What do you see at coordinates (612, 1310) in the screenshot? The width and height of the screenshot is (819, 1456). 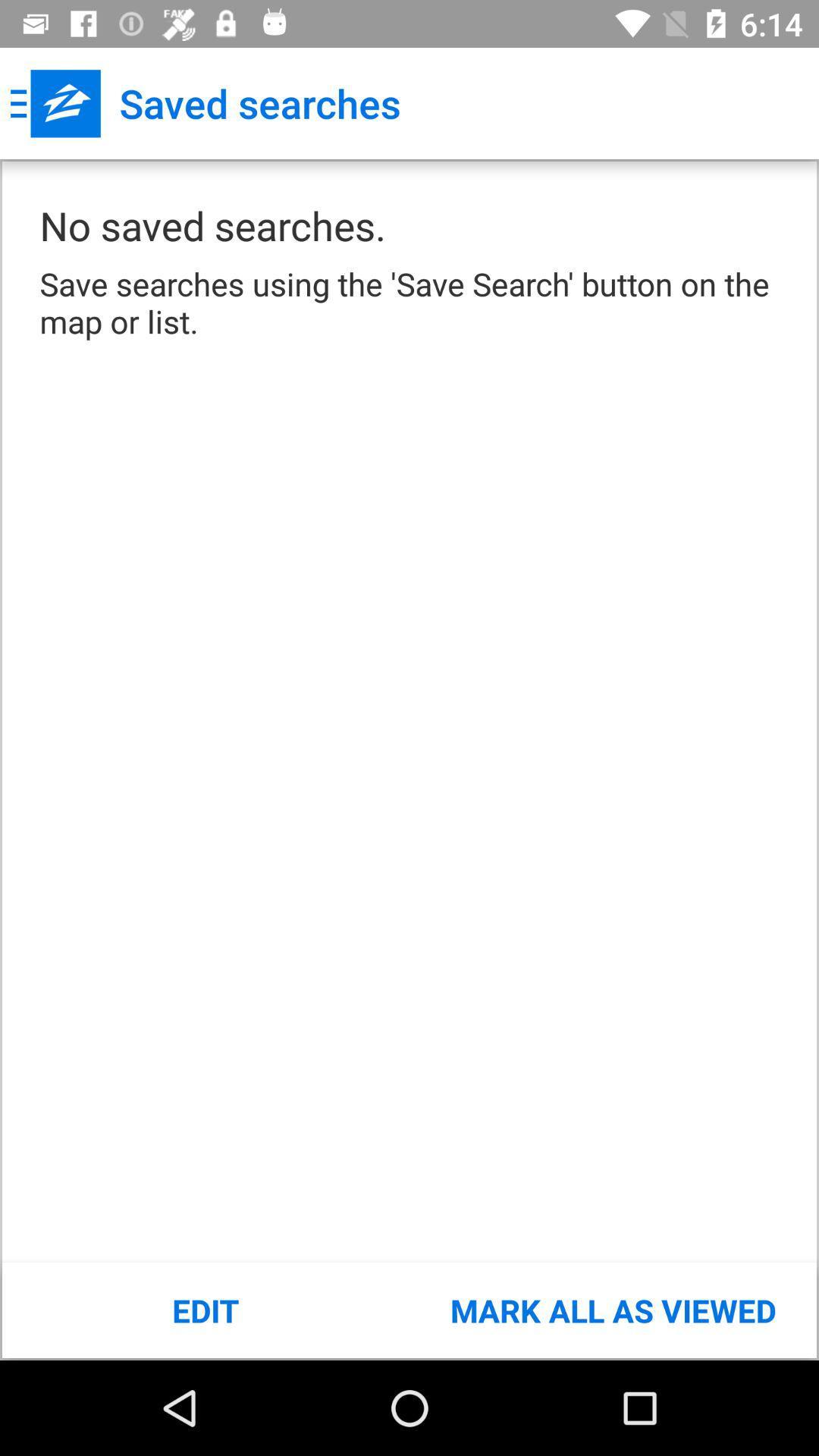 I see `mark all as item` at bounding box center [612, 1310].